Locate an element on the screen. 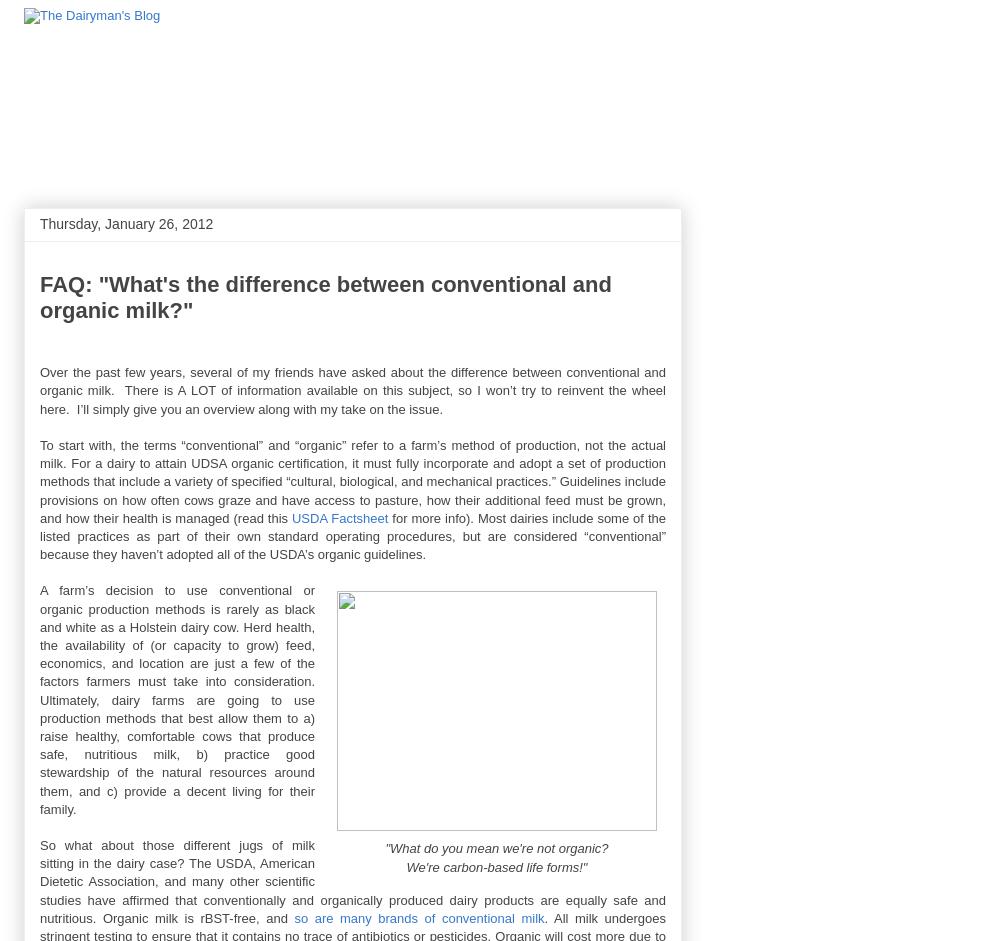 This screenshot has width=998, height=941. 'Over the past few years, several of my friends have asked about the difference between conventional and organic milk.  There is A LOT of information available on
this subject, so I won’t try to reinvent the wheel here.  I’ll simply give you an overview along with my take on the issue.' is located at coordinates (351, 389).